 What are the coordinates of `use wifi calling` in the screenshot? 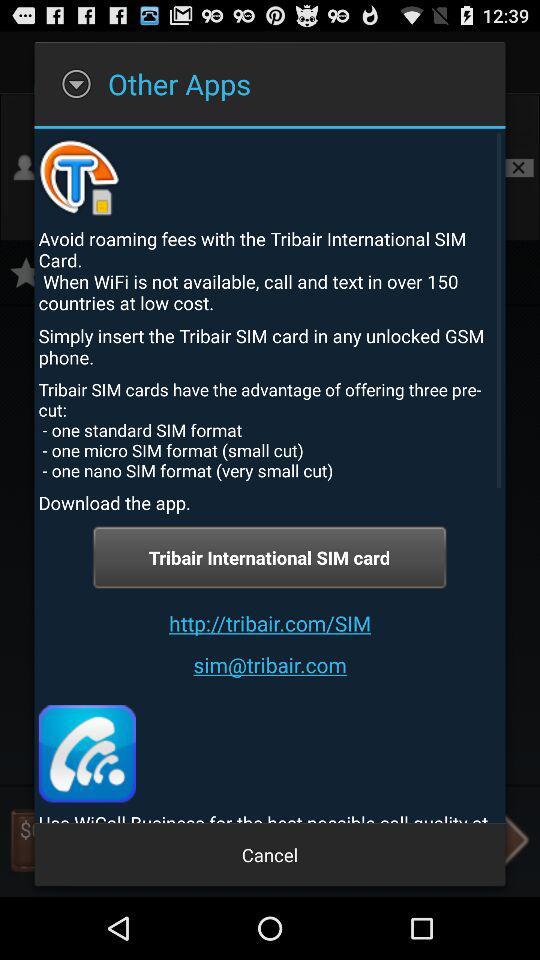 It's located at (86, 752).